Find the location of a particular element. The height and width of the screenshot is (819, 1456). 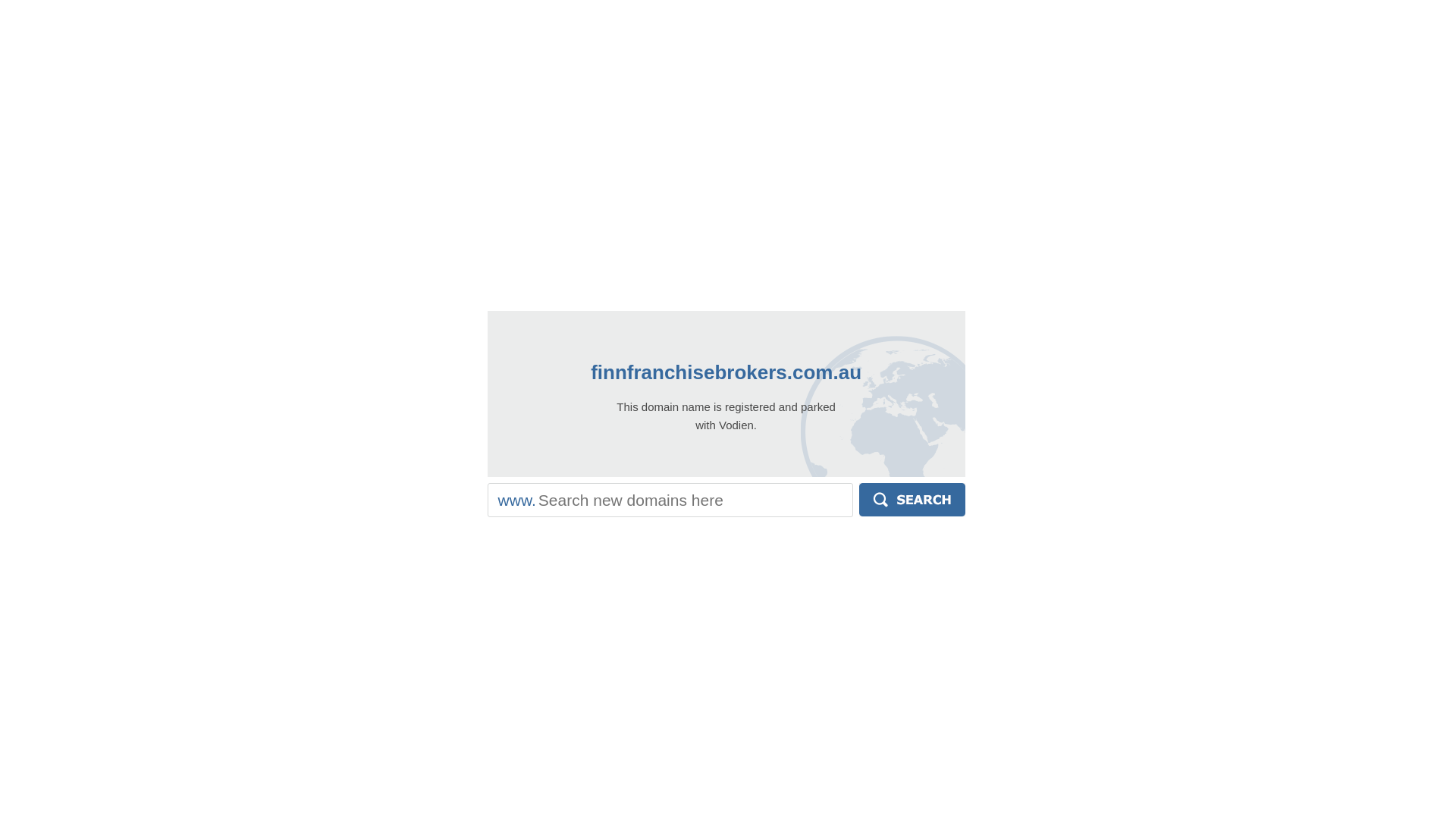

'Search' is located at coordinates (912, 500).